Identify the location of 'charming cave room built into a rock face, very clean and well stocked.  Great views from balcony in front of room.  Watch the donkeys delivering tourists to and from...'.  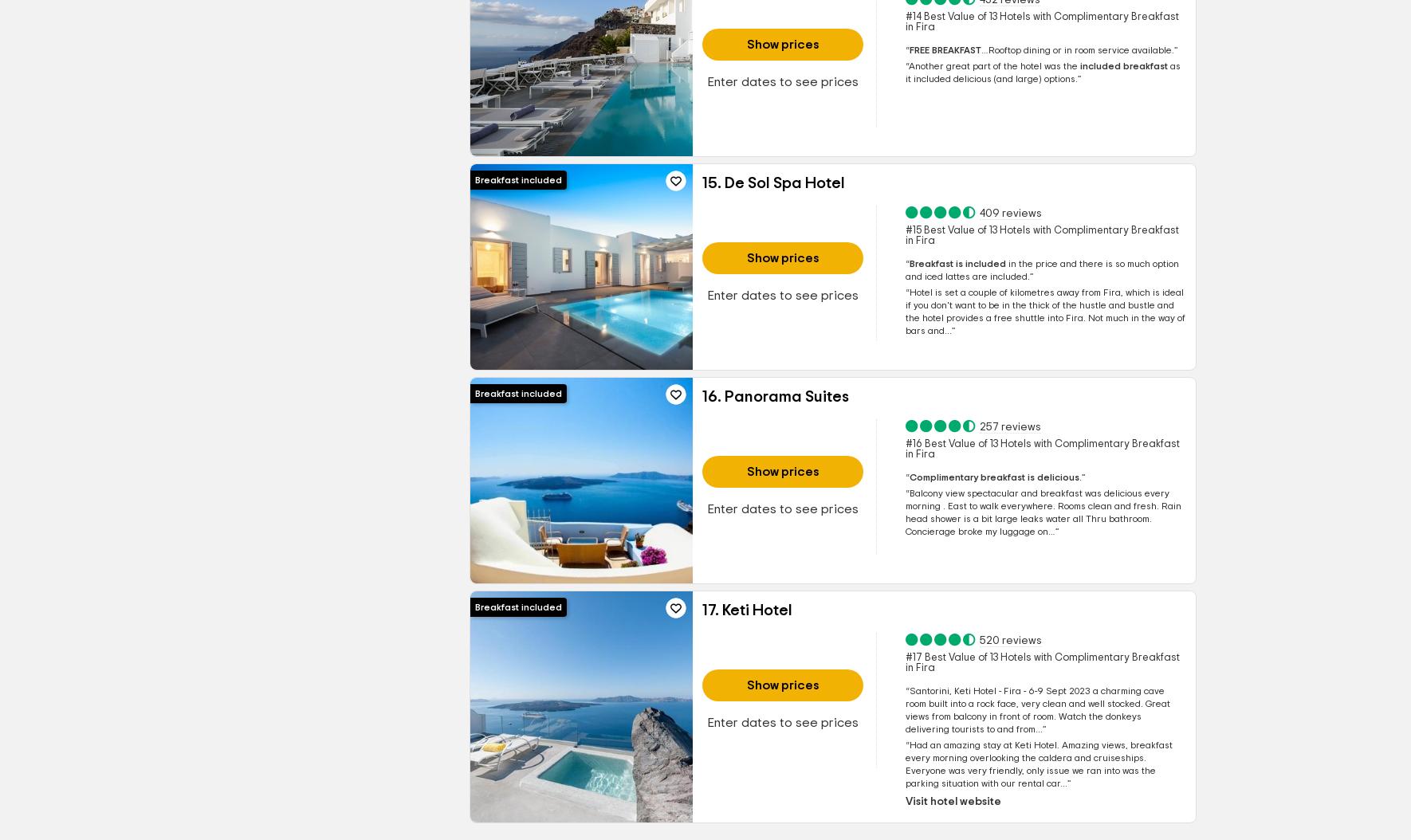
(1036, 710).